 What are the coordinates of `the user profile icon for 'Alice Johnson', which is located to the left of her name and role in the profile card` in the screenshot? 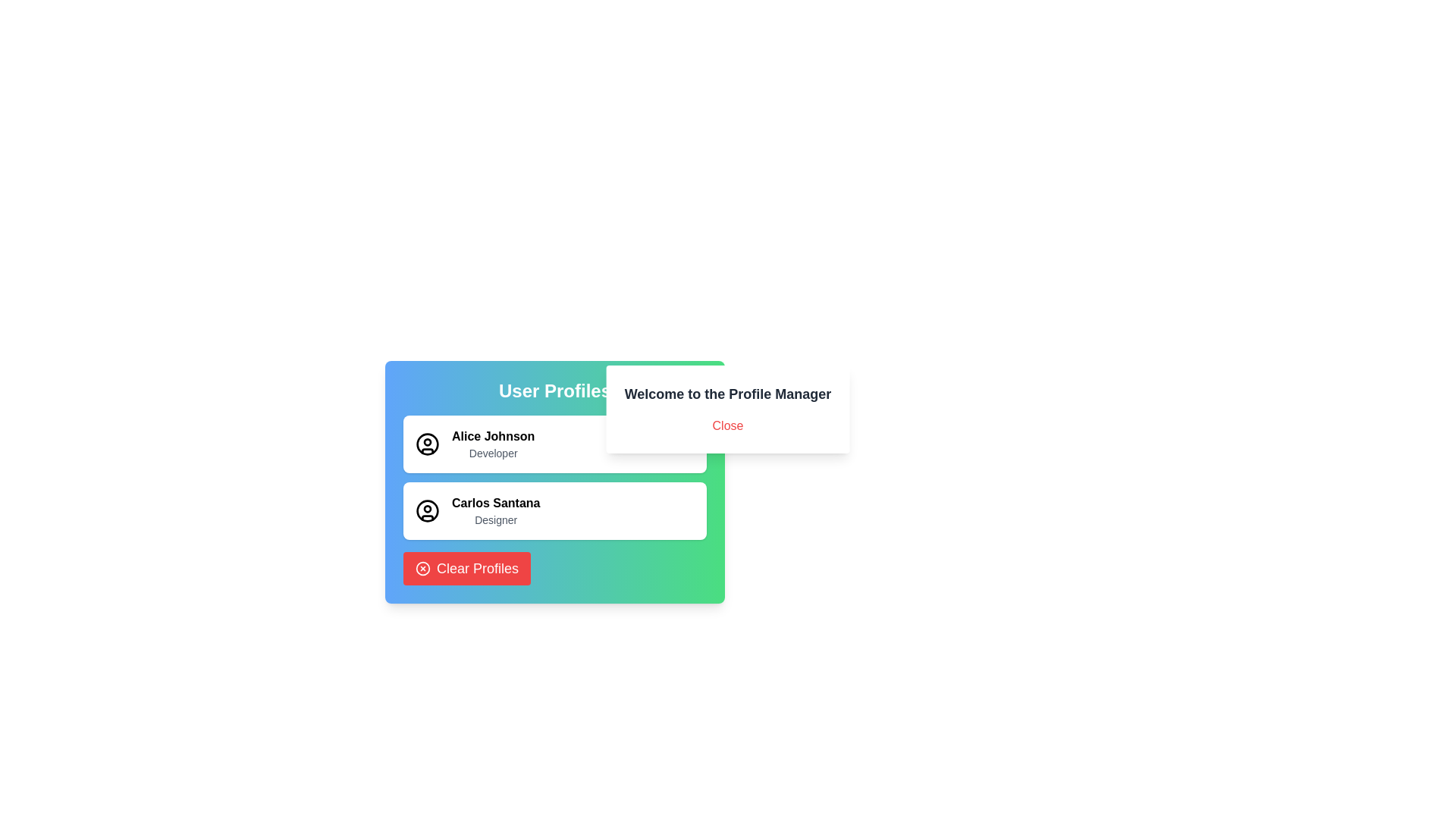 It's located at (427, 444).